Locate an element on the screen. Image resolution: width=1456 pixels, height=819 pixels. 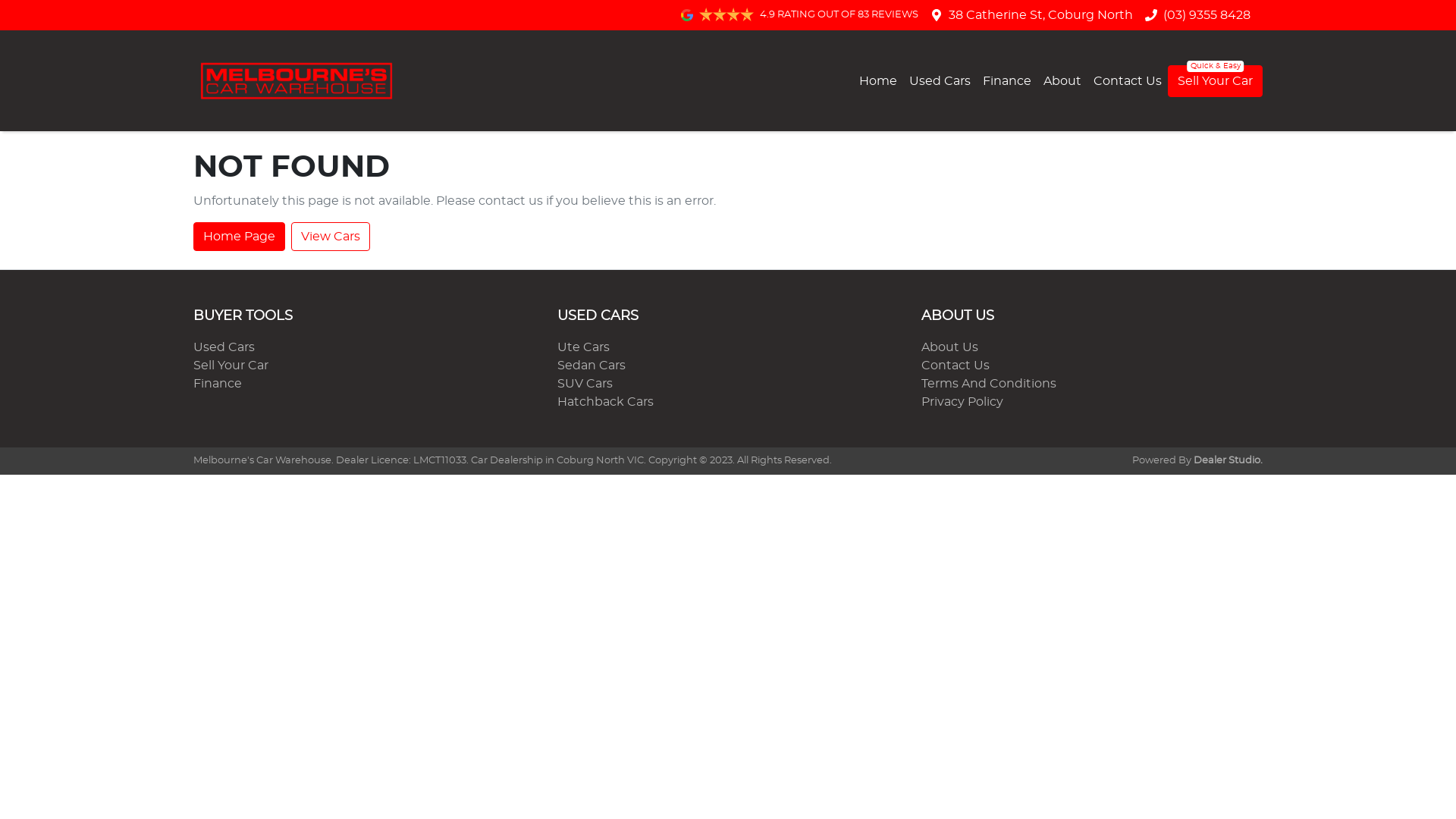
'Finance' is located at coordinates (192, 382).